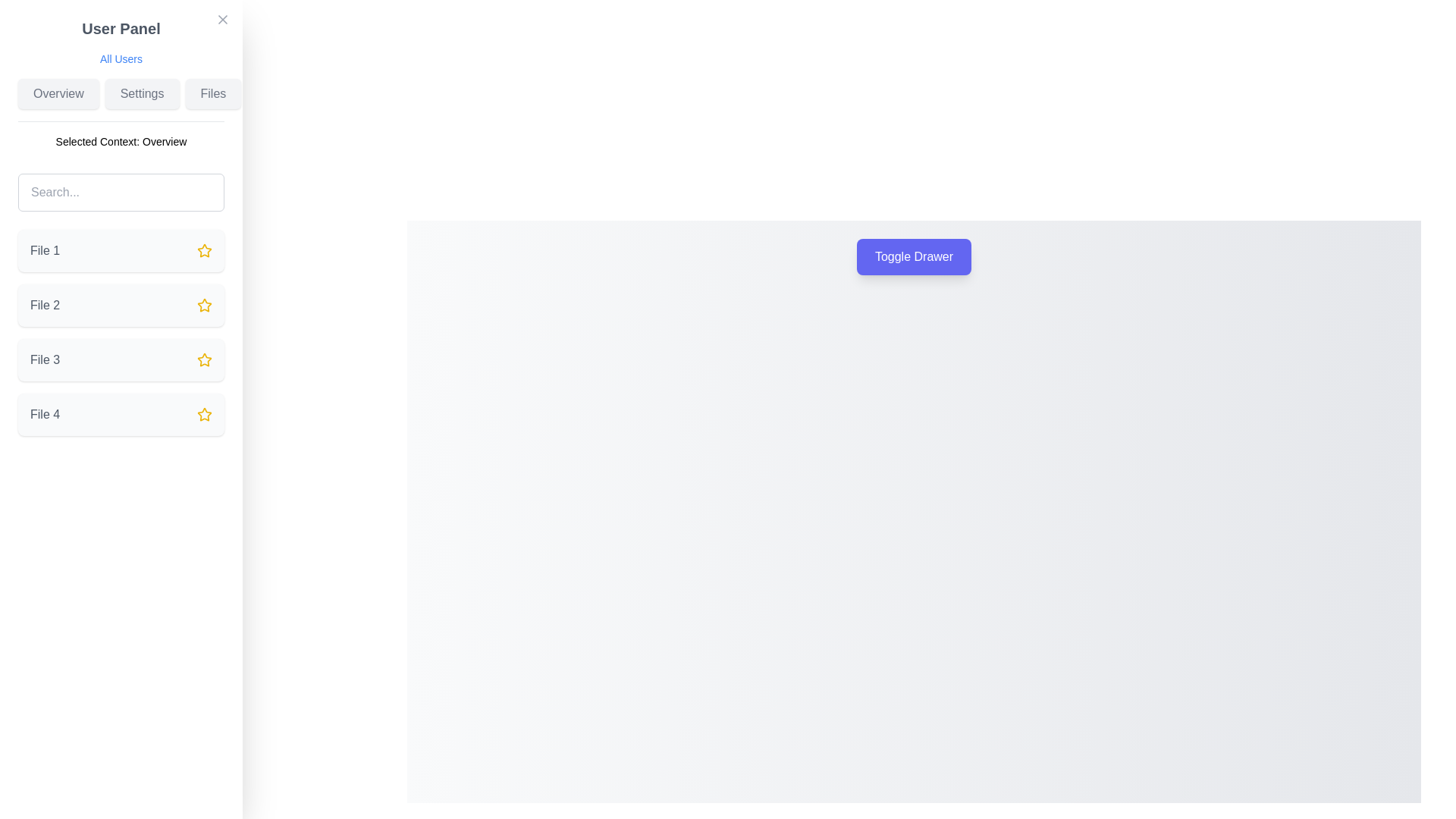  Describe the element at coordinates (120, 329) in the screenshot. I see `the second list item in the 'Files' section, which is located below 'File 1' and above 'File 3'` at that location.